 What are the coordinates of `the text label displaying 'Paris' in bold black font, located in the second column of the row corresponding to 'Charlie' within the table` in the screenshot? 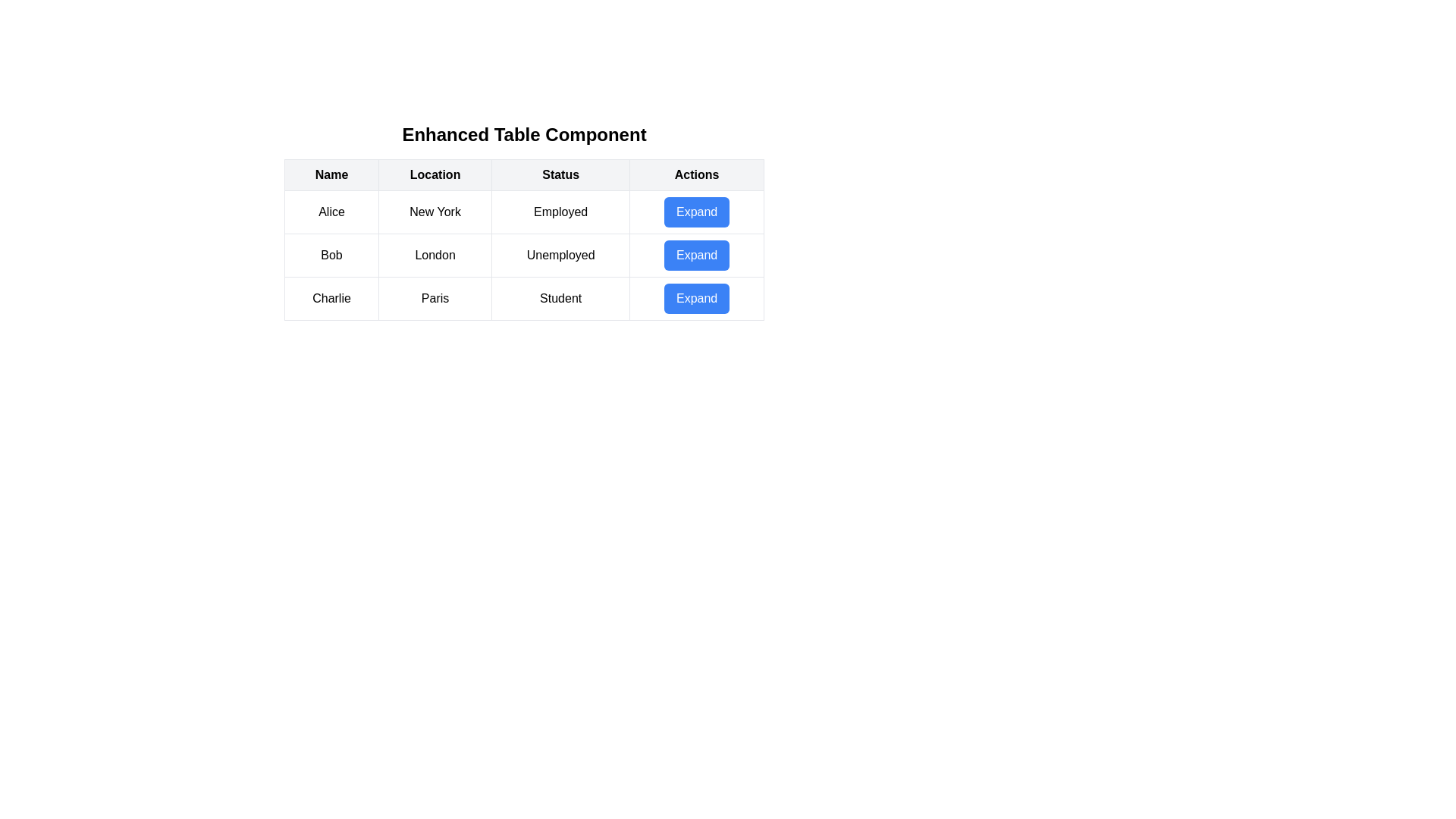 It's located at (435, 298).